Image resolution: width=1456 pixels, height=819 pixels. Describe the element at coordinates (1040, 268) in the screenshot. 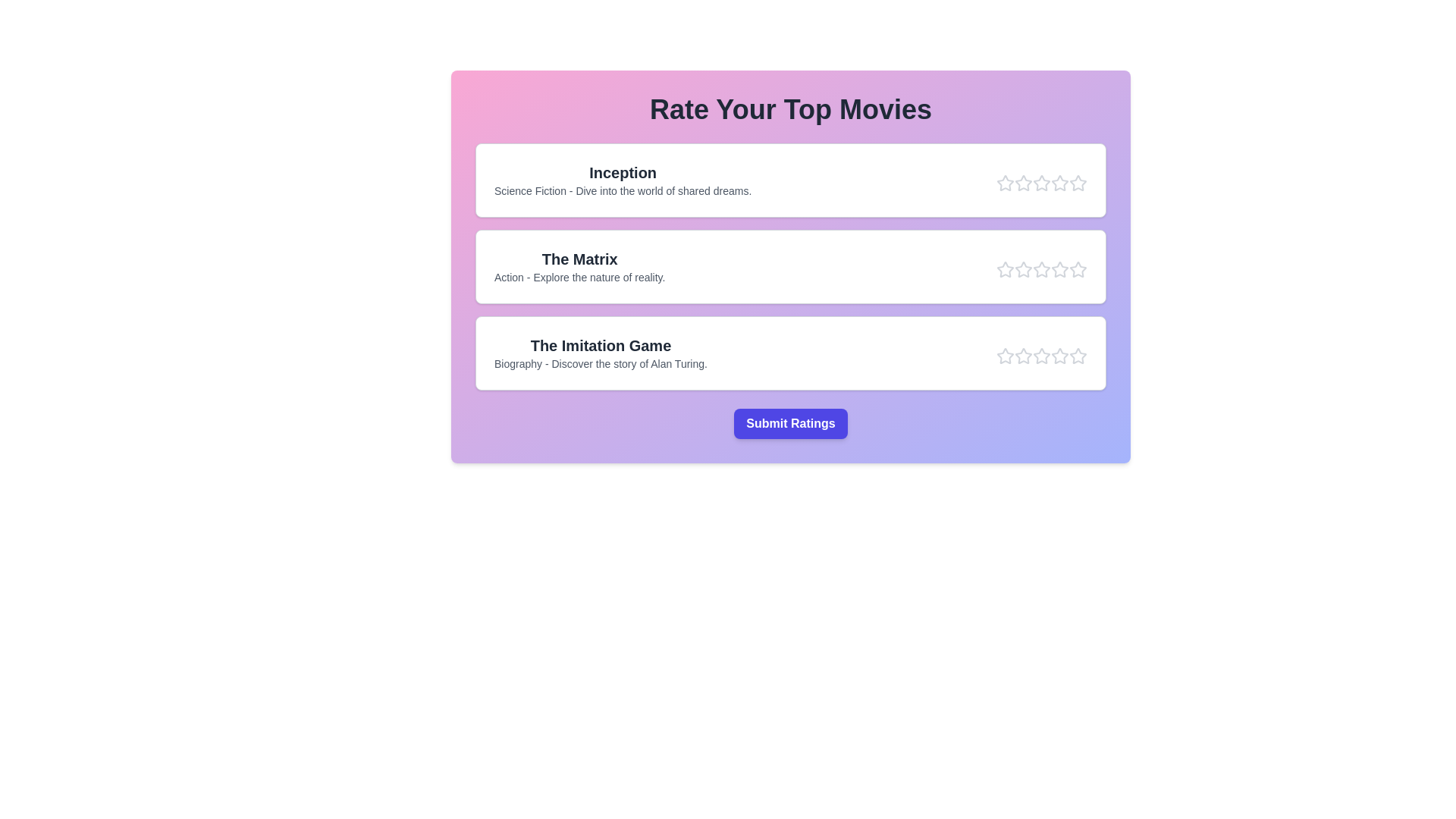

I see `the star corresponding to the rating 3 for the movie The Matrix` at that location.